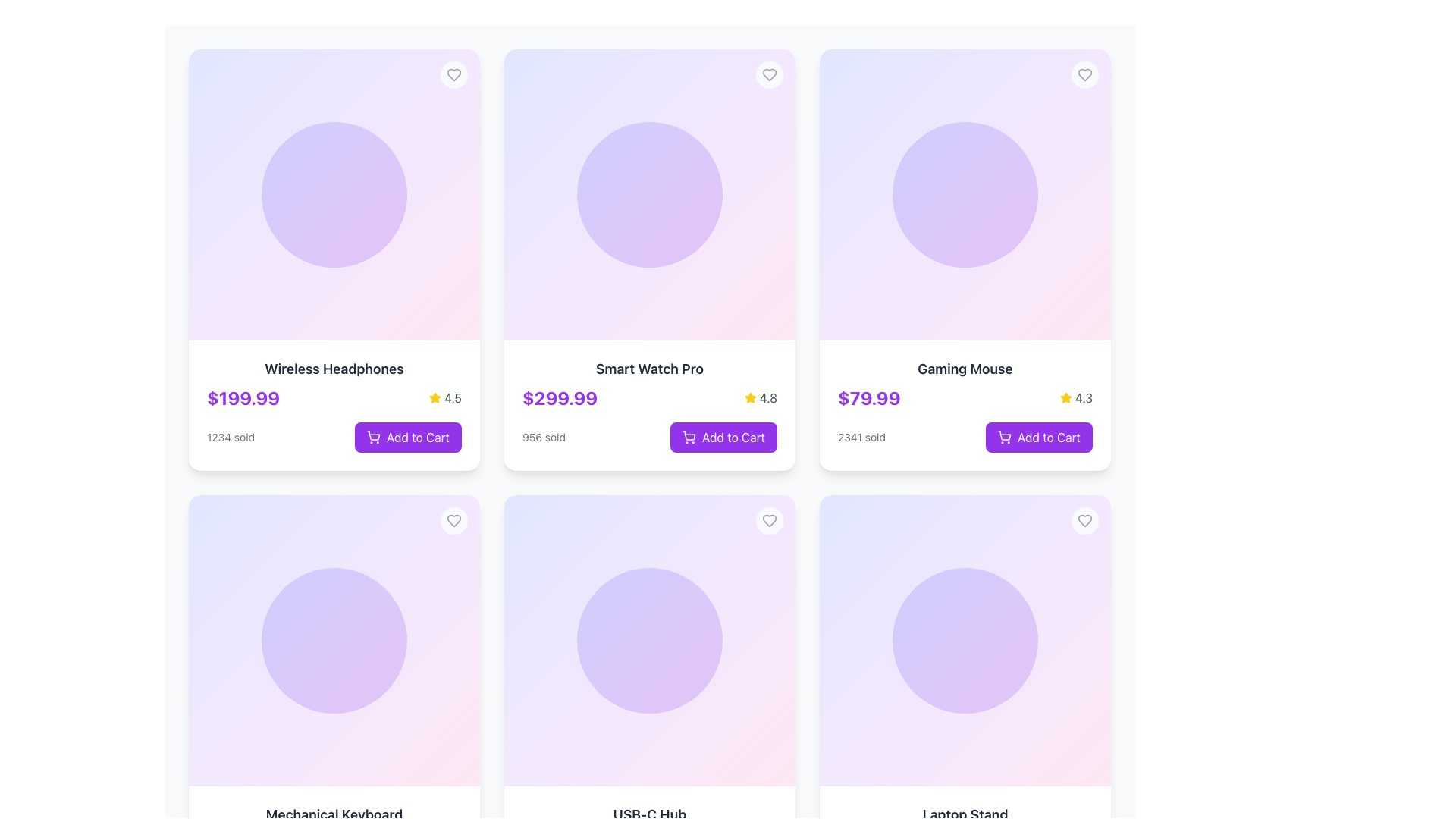 The image size is (1456, 819). Describe the element at coordinates (769, 519) in the screenshot. I see `the heart-shaped icon in the top-right corner of the 'Smart Watch Pro' product card to mark it as a favorite` at that location.